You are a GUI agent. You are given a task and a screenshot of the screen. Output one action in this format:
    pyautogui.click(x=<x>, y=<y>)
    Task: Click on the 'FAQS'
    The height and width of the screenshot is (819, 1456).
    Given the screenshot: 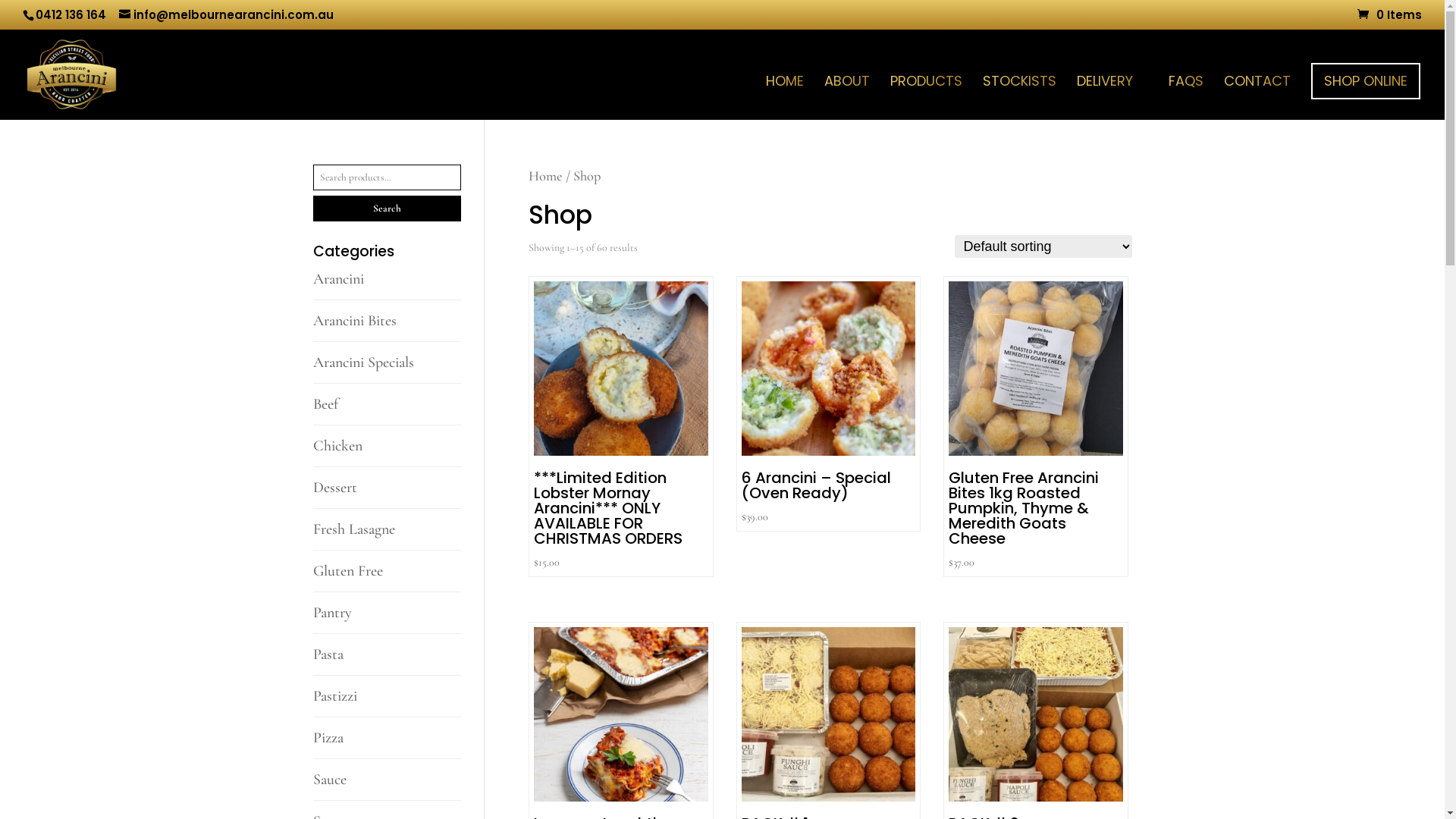 What is the action you would take?
    pyautogui.click(x=1185, y=97)
    